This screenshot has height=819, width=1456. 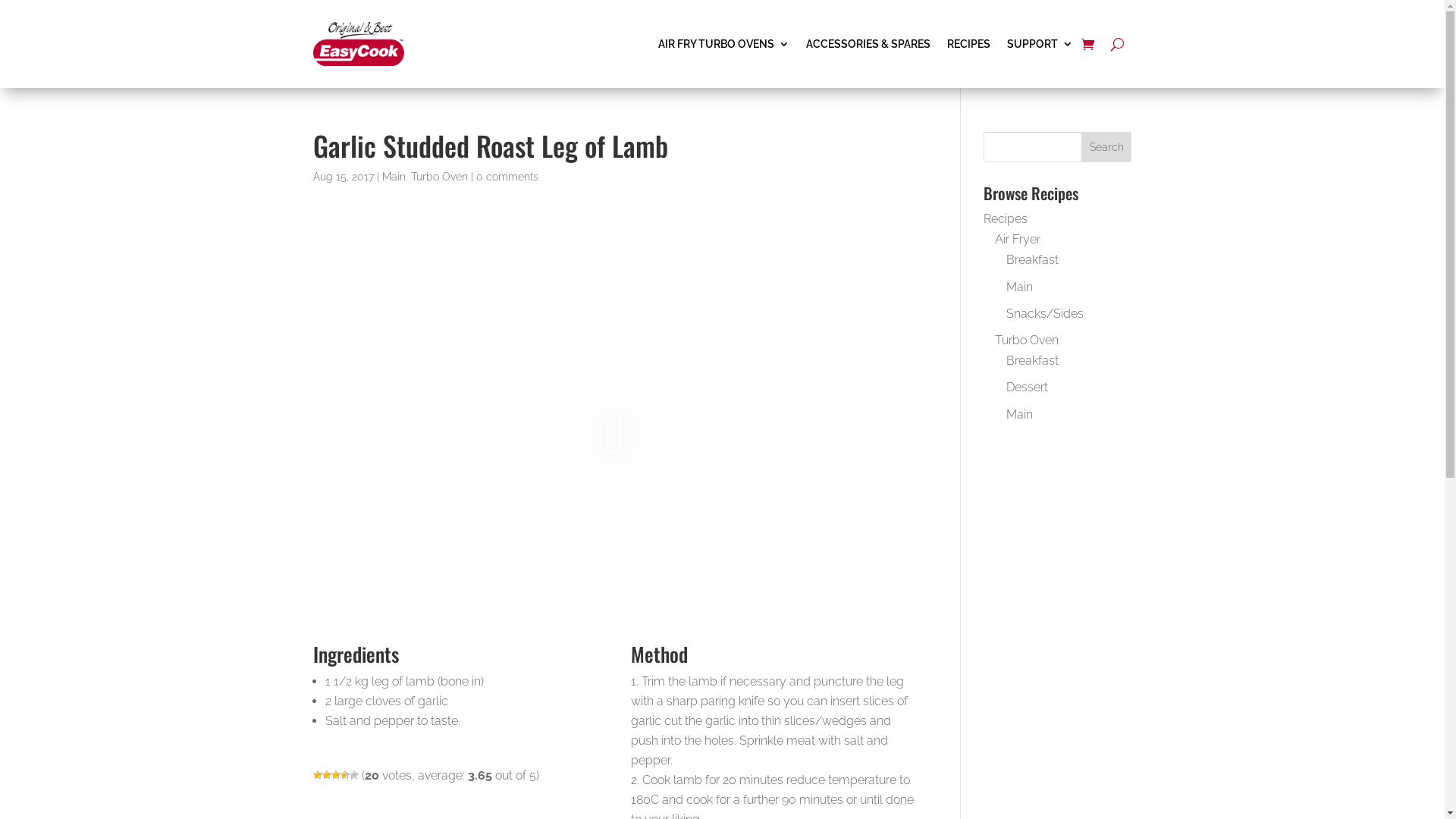 I want to click on 'Snacks/Sides', so click(x=1043, y=312).